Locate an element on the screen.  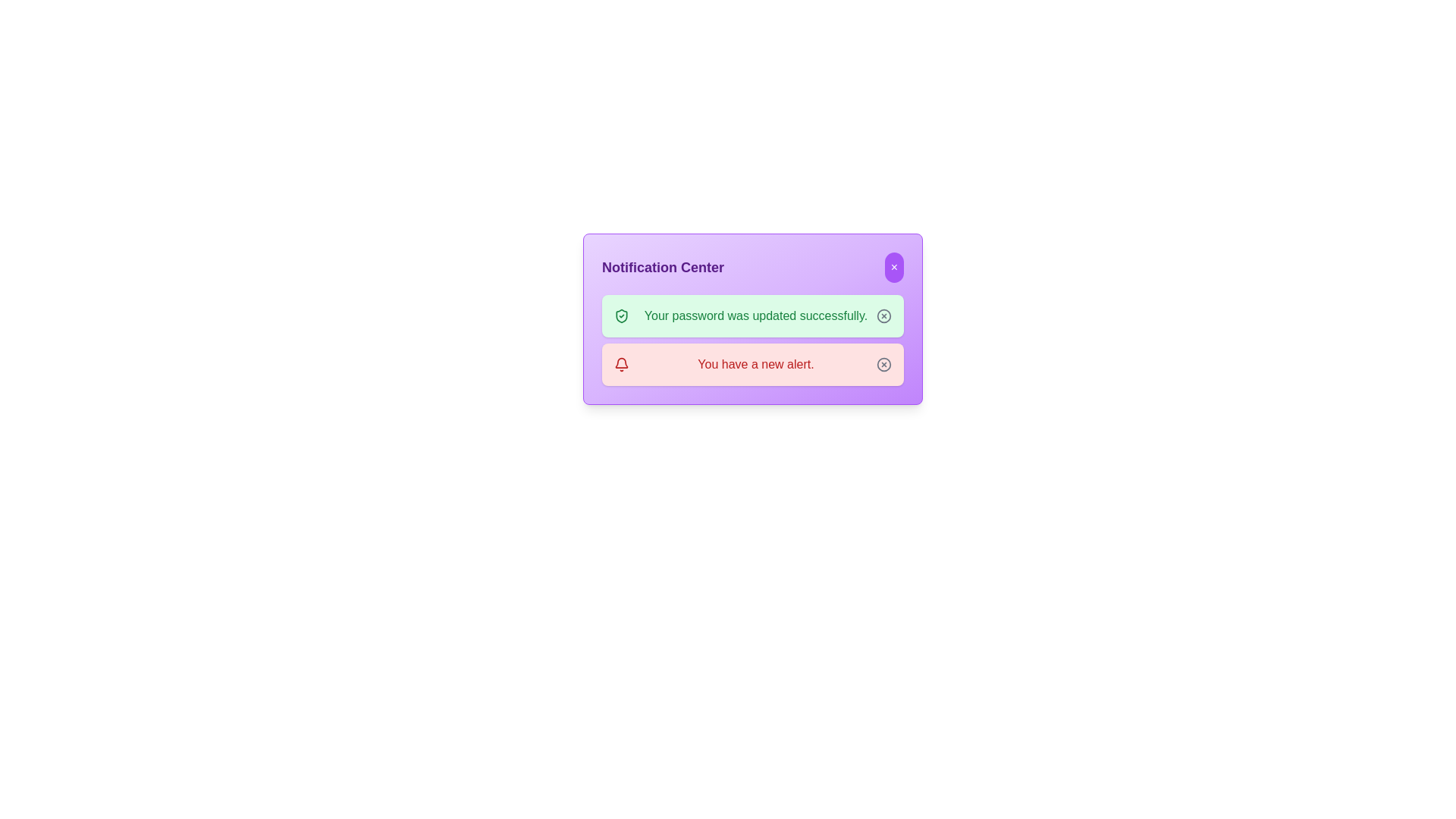
the informational message card with a light green background that contains the text 'Your password was updated successfully.' and a close button, located in the notification panel below 'Notification Center' is located at coordinates (753, 315).